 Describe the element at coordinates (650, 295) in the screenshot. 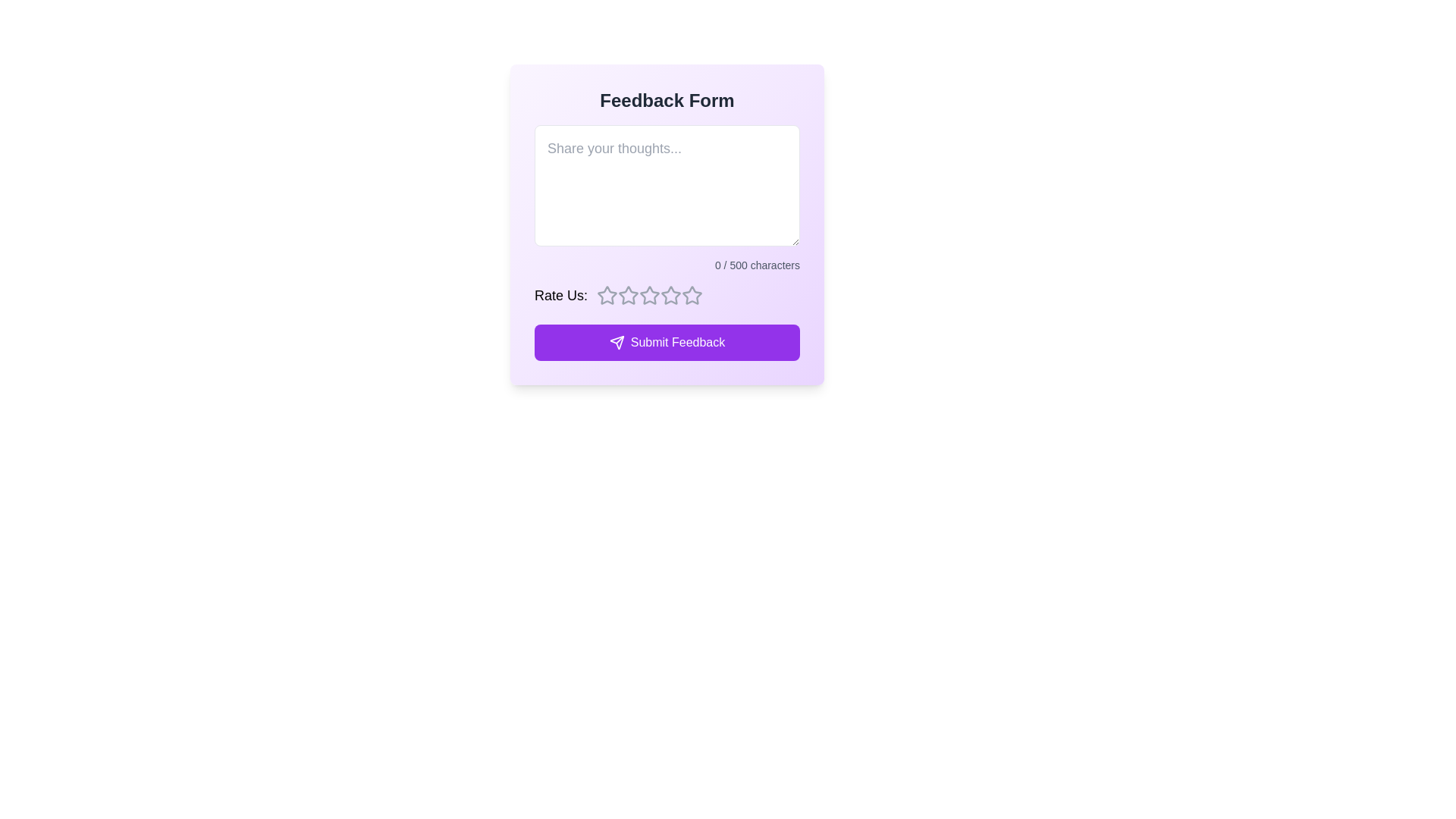

I see `on the third star icon in the rating system located under the text 'Rate Us:'` at that location.